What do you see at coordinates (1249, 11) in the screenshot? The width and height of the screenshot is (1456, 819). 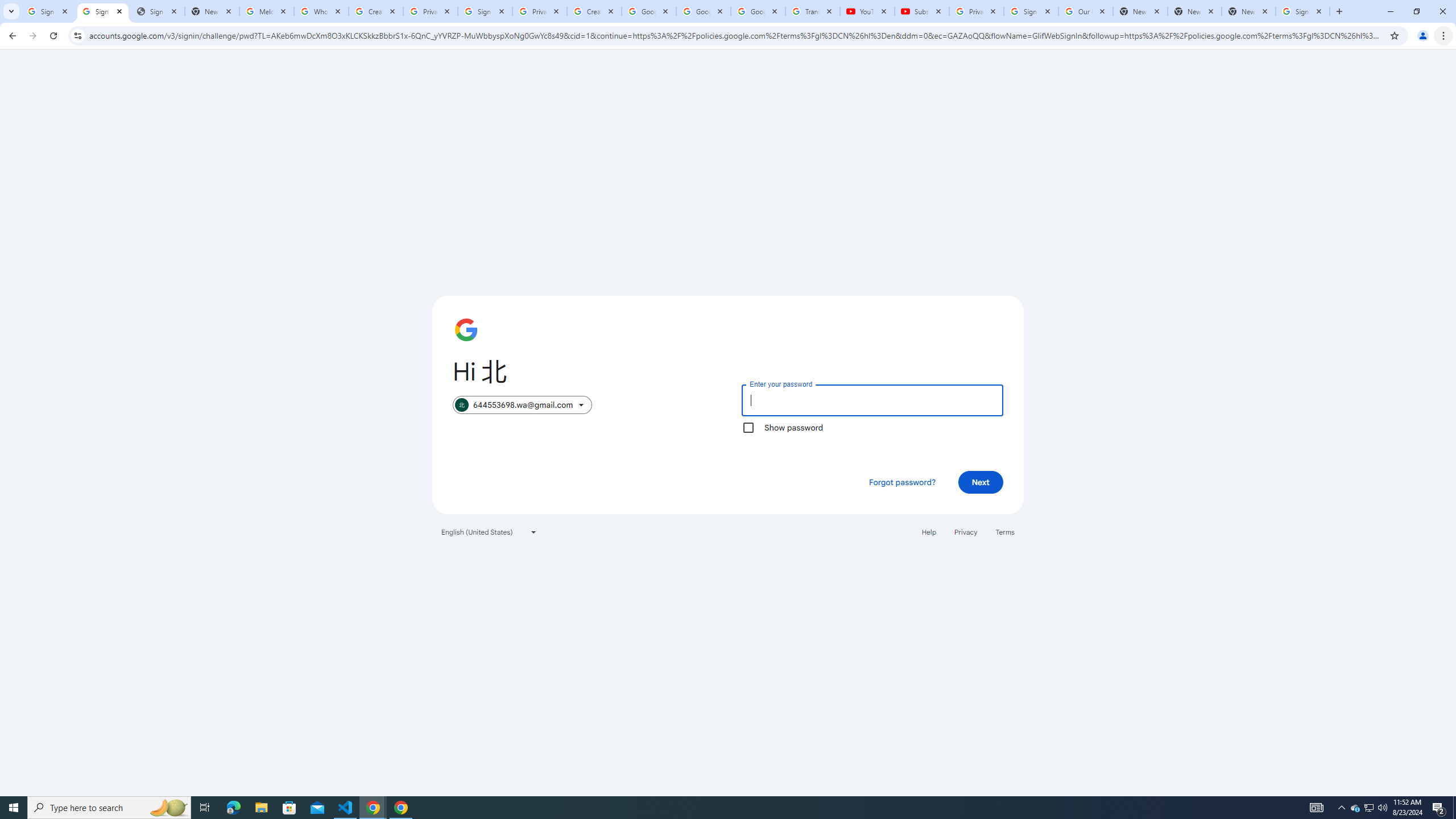 I see `'New Tab'` at bounding box center [1249, 11].